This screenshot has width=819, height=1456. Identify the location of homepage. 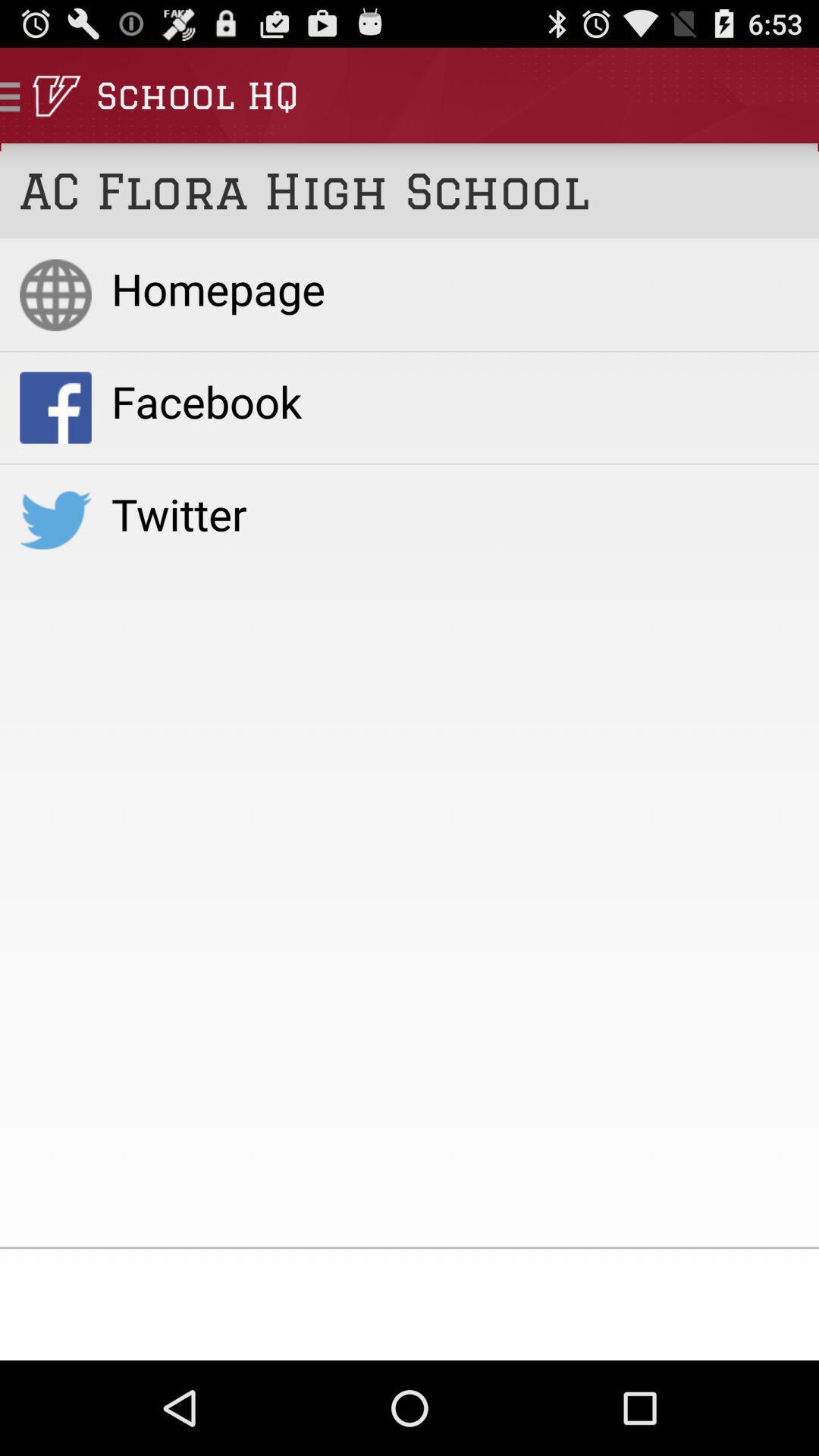
(454, 288).